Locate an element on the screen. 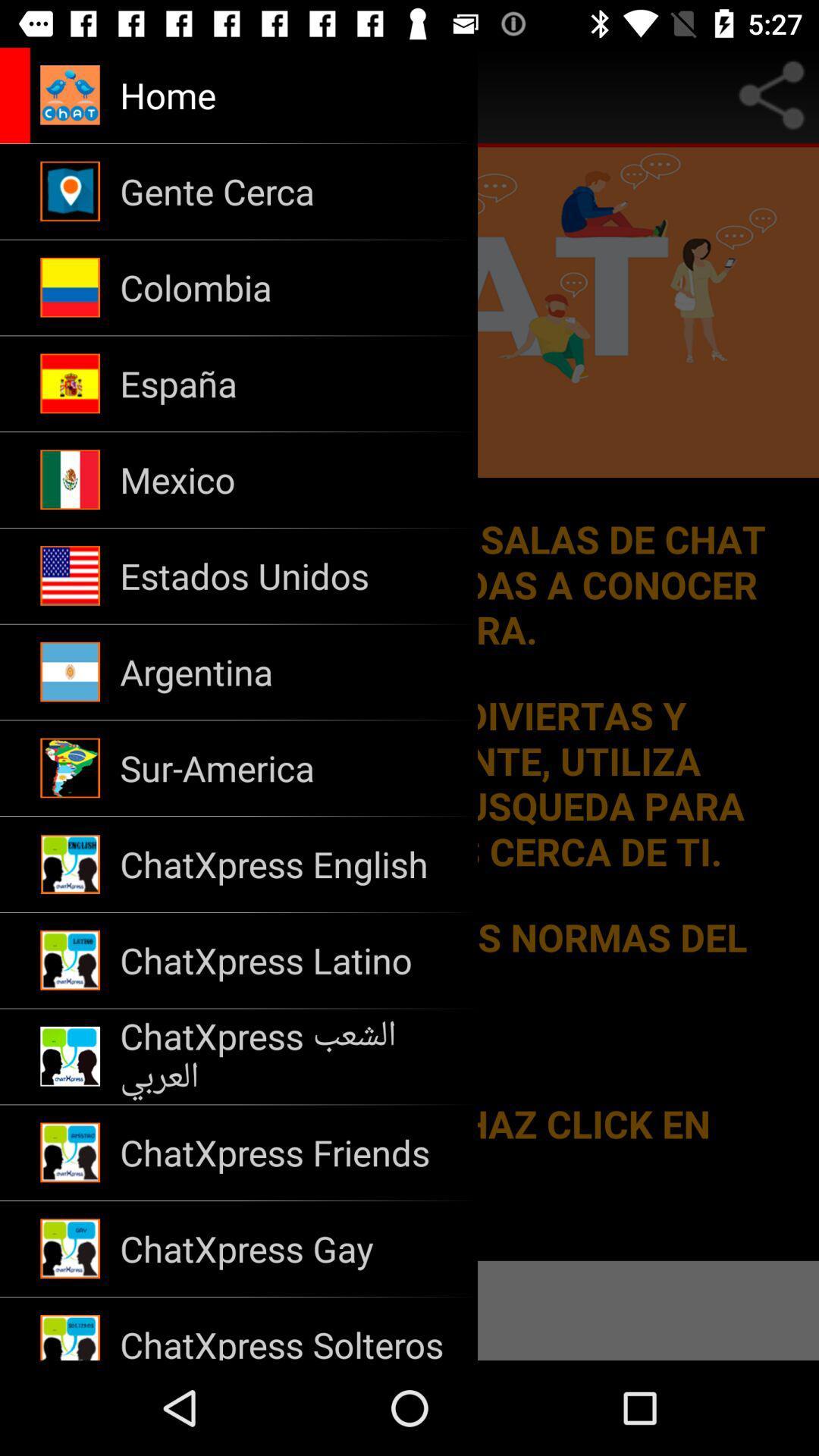 This screenshot has width=819, height=1456. colombia app is located at coordinates (289, 287).